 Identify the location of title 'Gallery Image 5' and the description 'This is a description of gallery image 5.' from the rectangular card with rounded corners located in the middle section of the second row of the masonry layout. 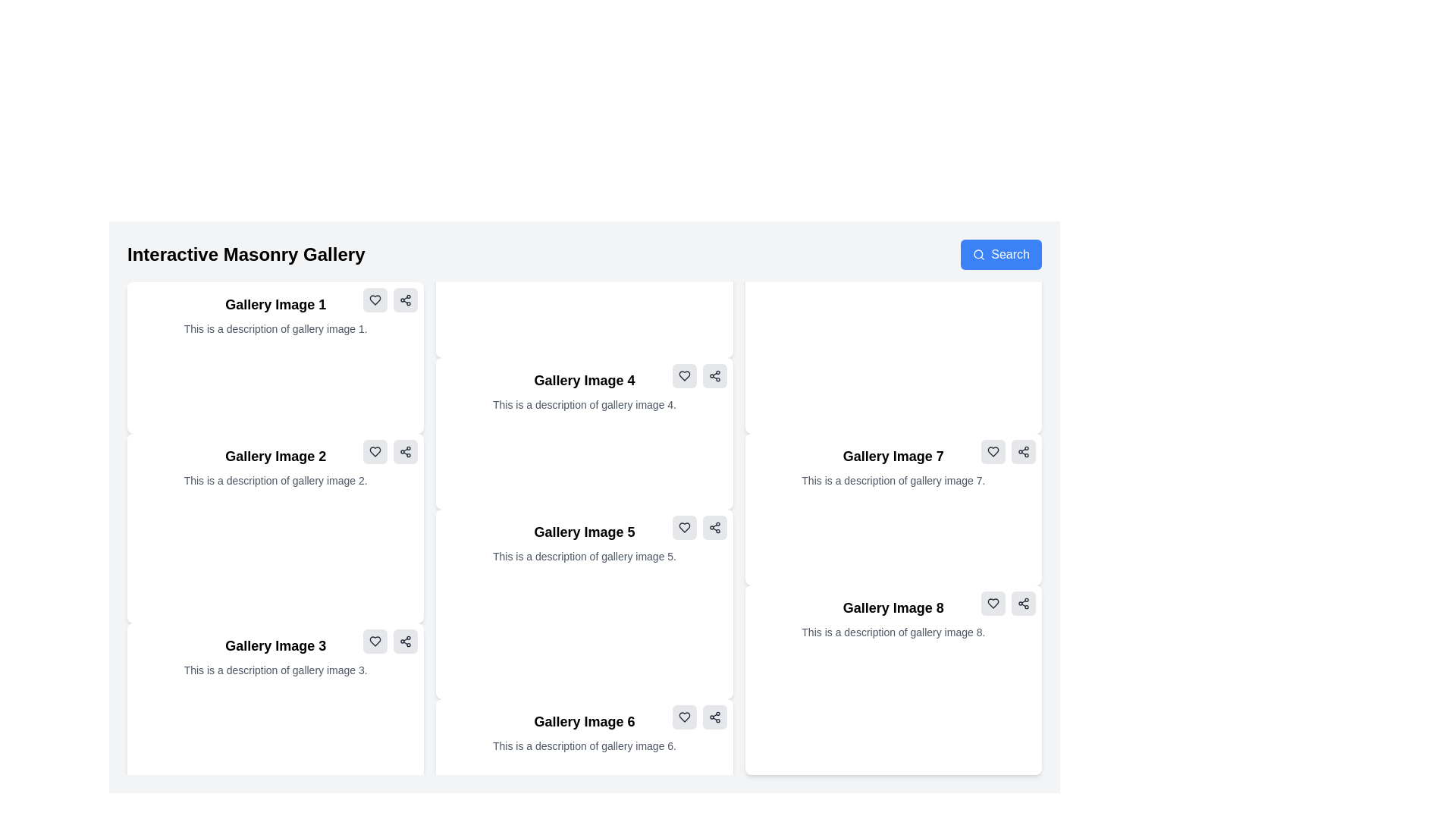
(584, 542).